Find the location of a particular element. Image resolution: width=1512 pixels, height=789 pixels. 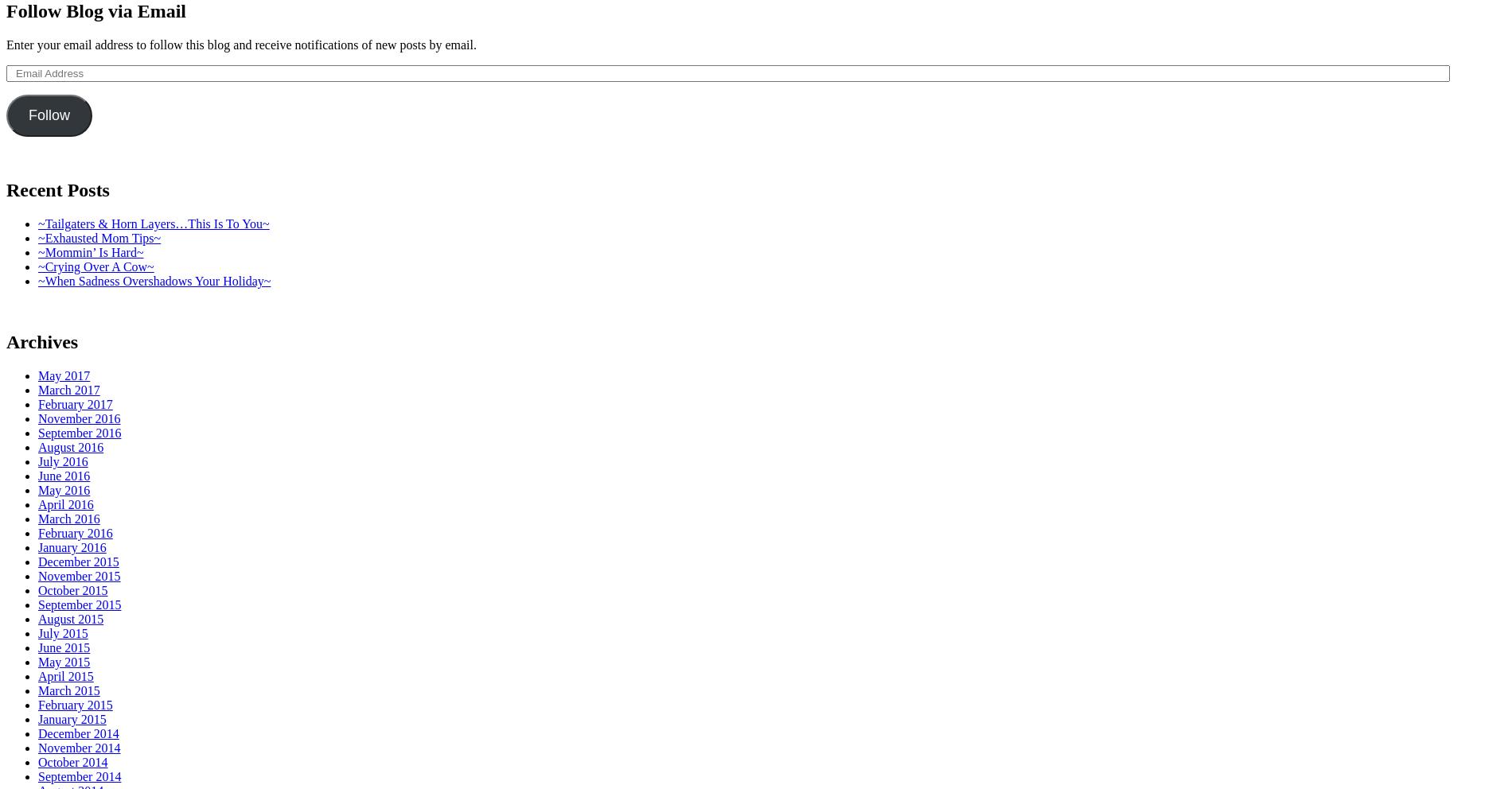

'Follow' is located at coordinates (49, 115).